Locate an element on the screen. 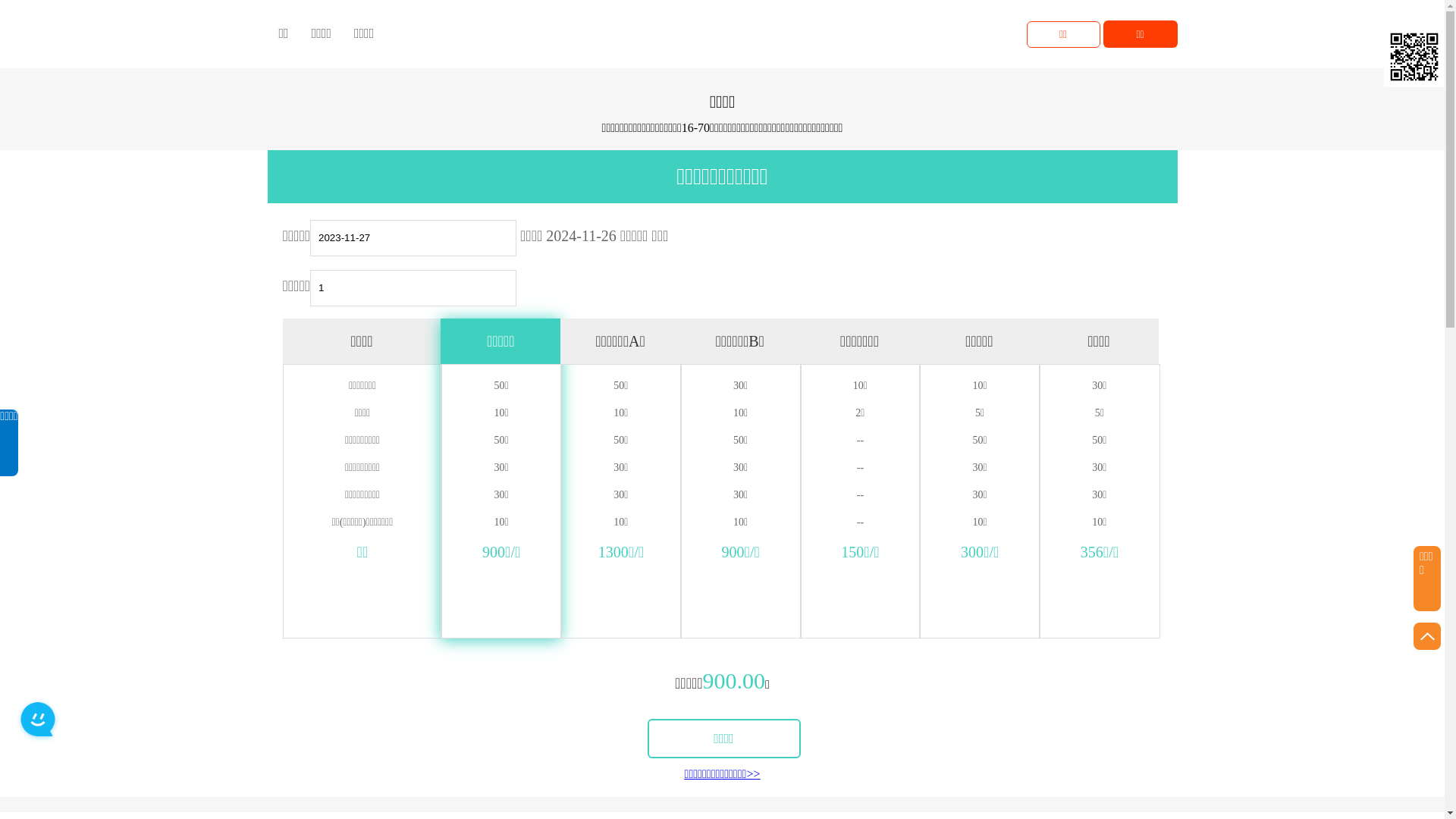 Image resolution: width=1456 pixels, height=819 pixels. '2023-11-27' is located at coordinates (413, 237).